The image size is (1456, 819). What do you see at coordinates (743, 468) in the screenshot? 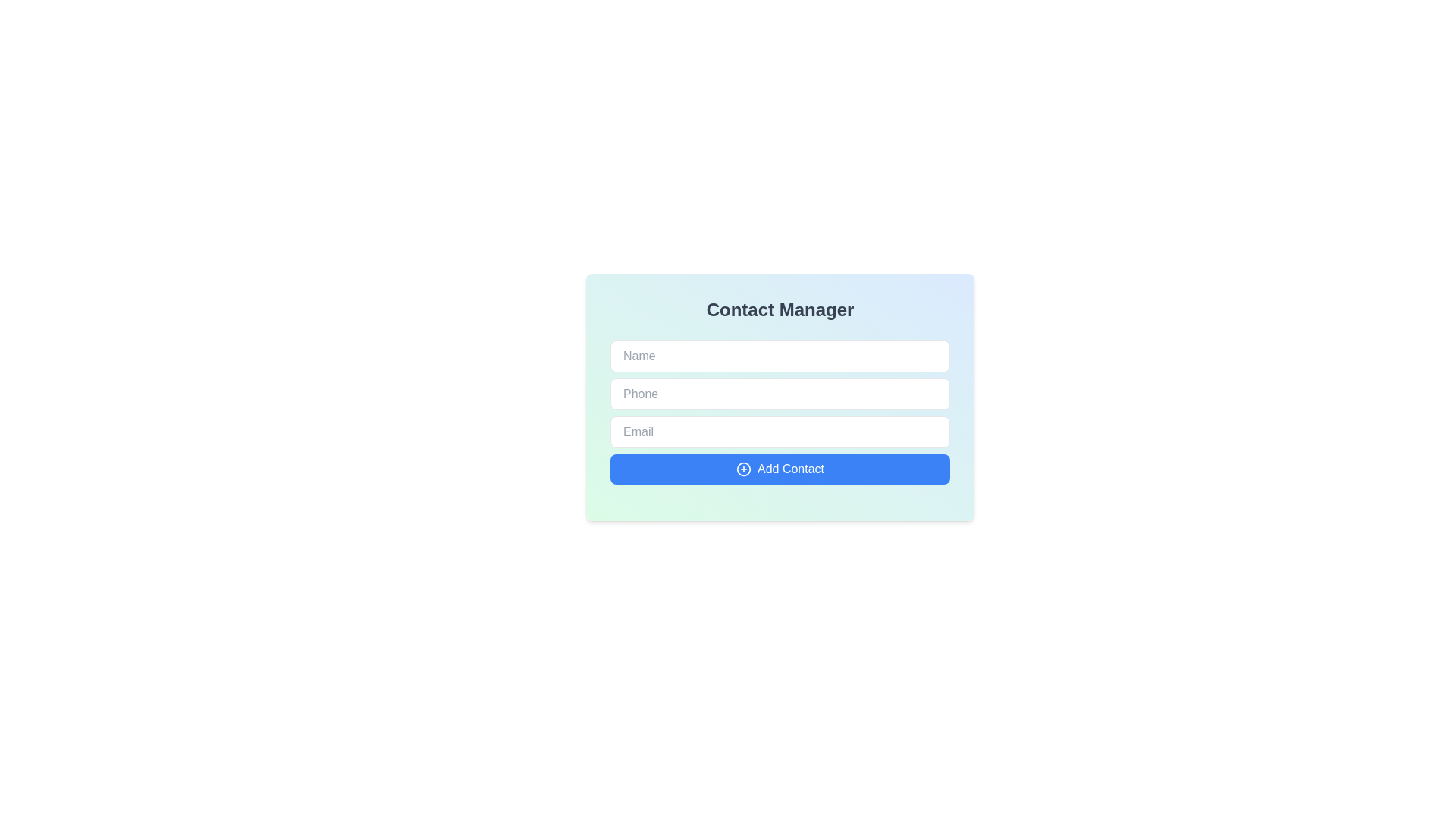
I see `the graphical icon, which is a small blue-outlined circle with a plus sign inside, located within the 'Add Contact' button at the bottom of the contact creation interface` at bounding box center [743, 468].